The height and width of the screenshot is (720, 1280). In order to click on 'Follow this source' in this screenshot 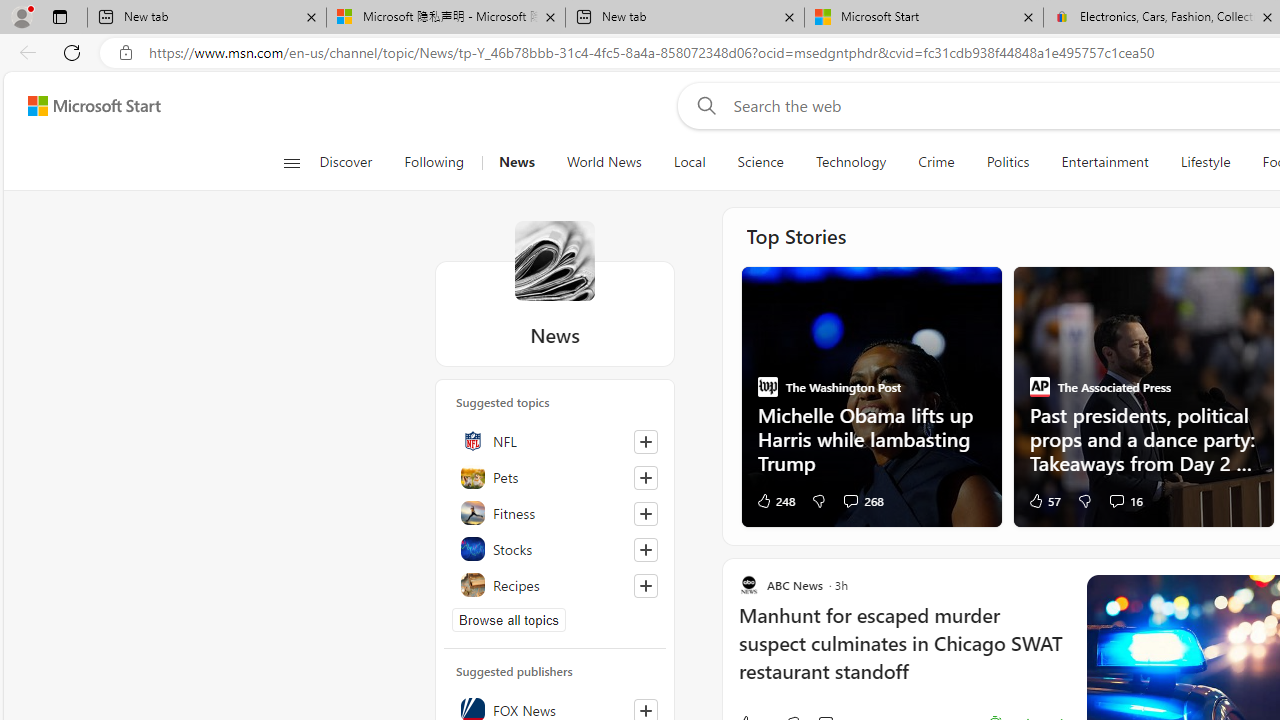, I will do `click(645, 710)`.